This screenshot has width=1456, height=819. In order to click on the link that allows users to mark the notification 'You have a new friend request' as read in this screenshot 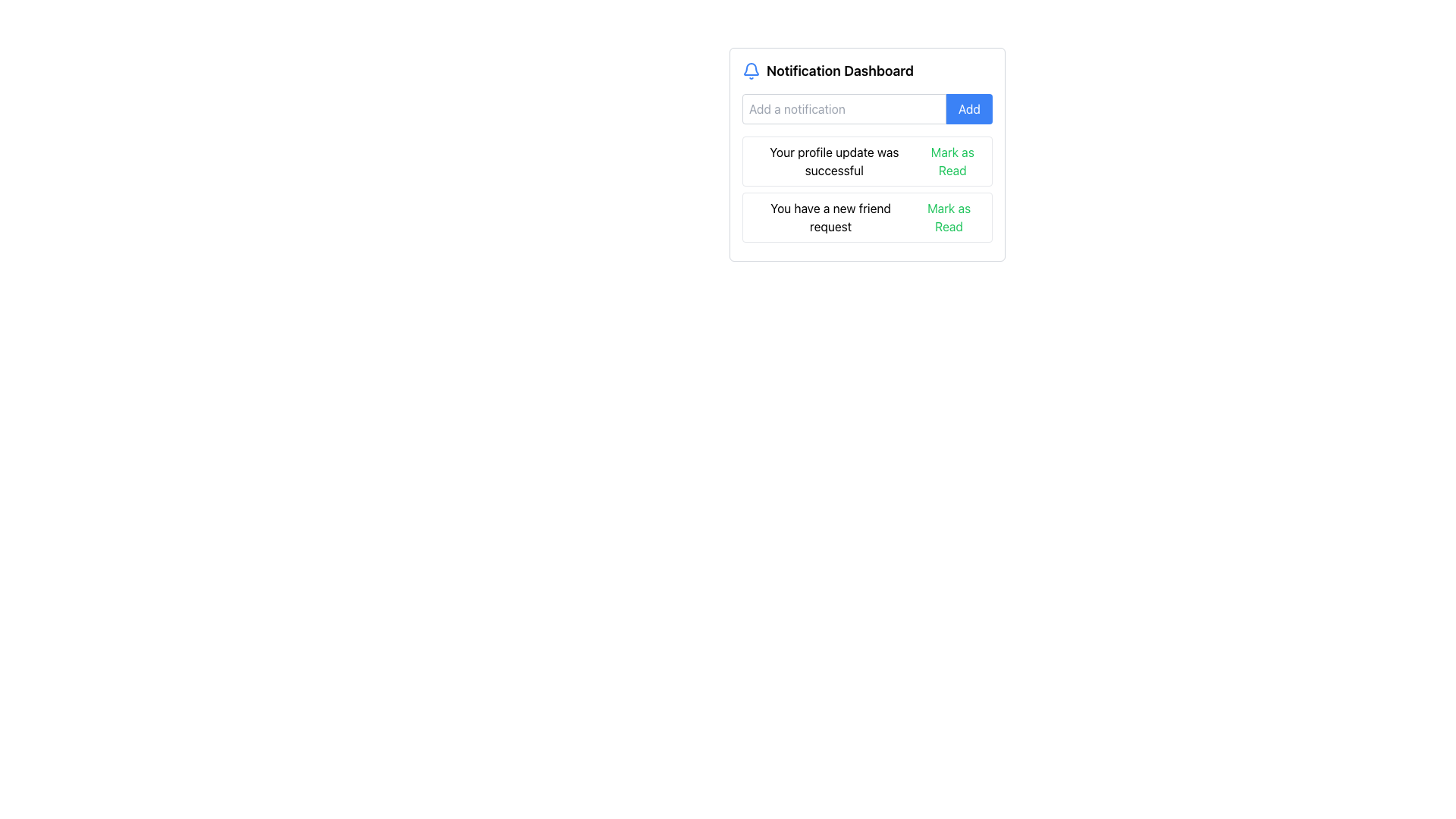, I will do `click(948, 217)`.